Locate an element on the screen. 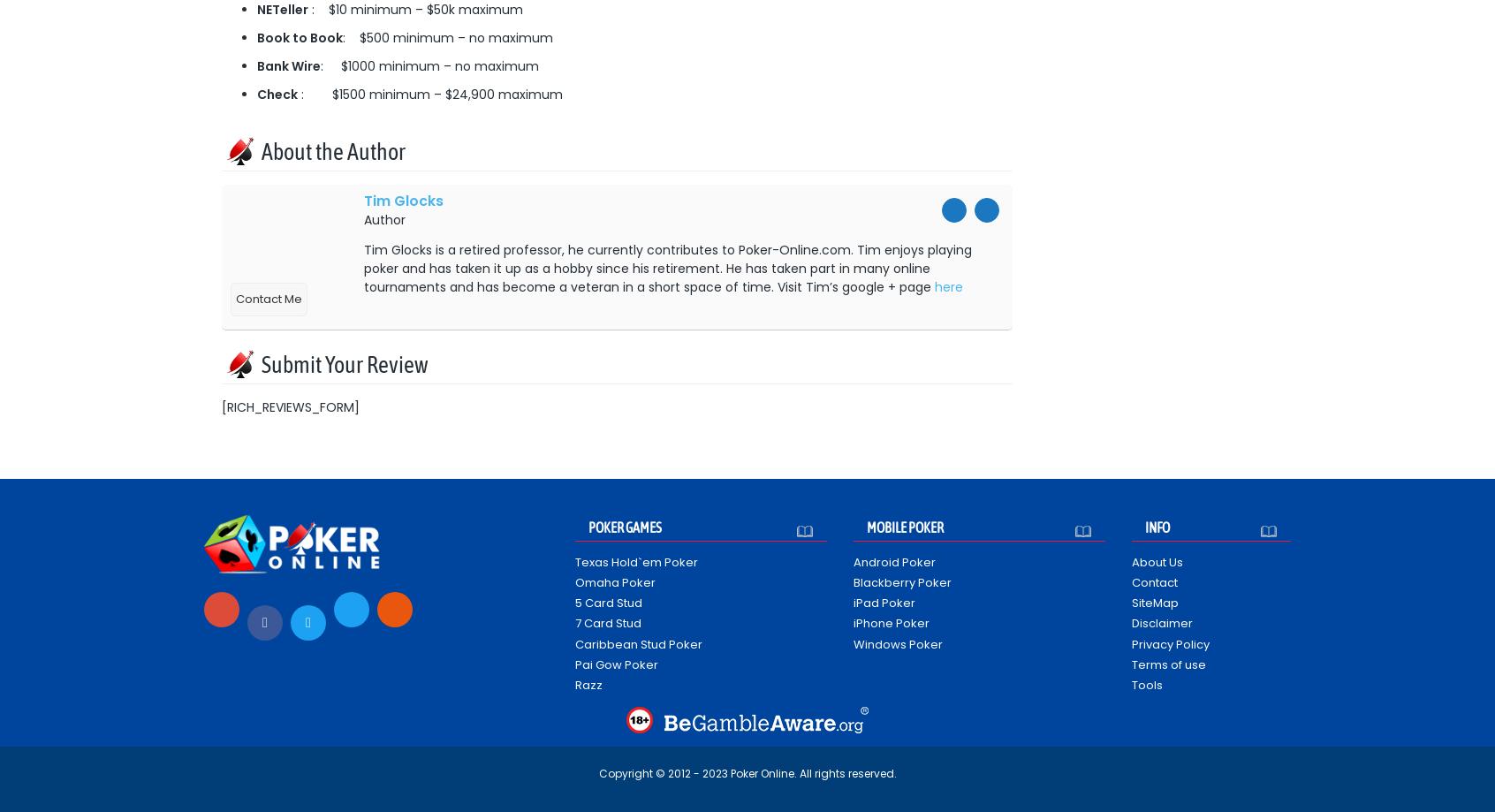  'Terms of use' is located at coordinates (1167, 664).